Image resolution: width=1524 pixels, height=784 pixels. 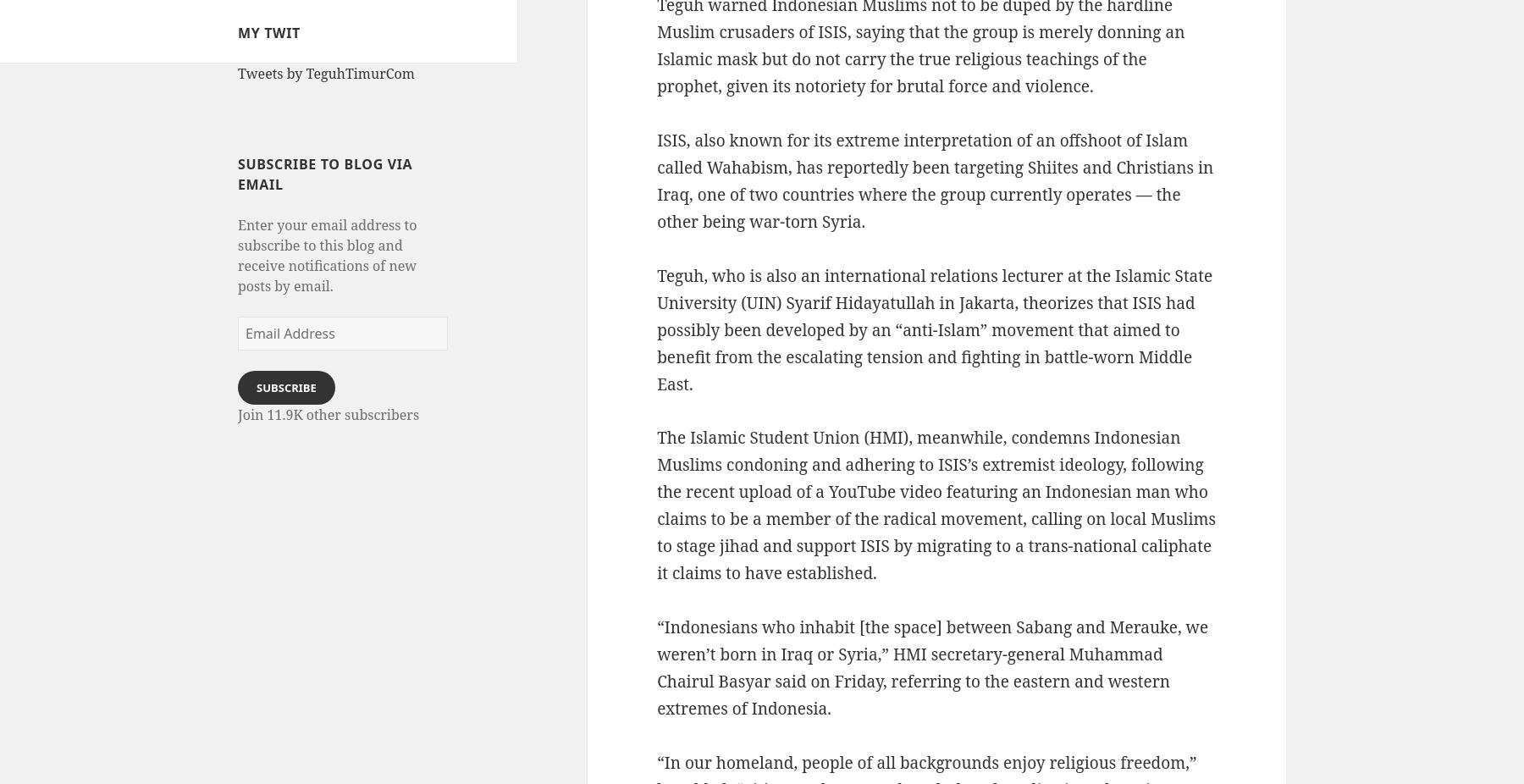 I want to click on 'Join 11.9K other subscribers', so click(x=329, y=413).